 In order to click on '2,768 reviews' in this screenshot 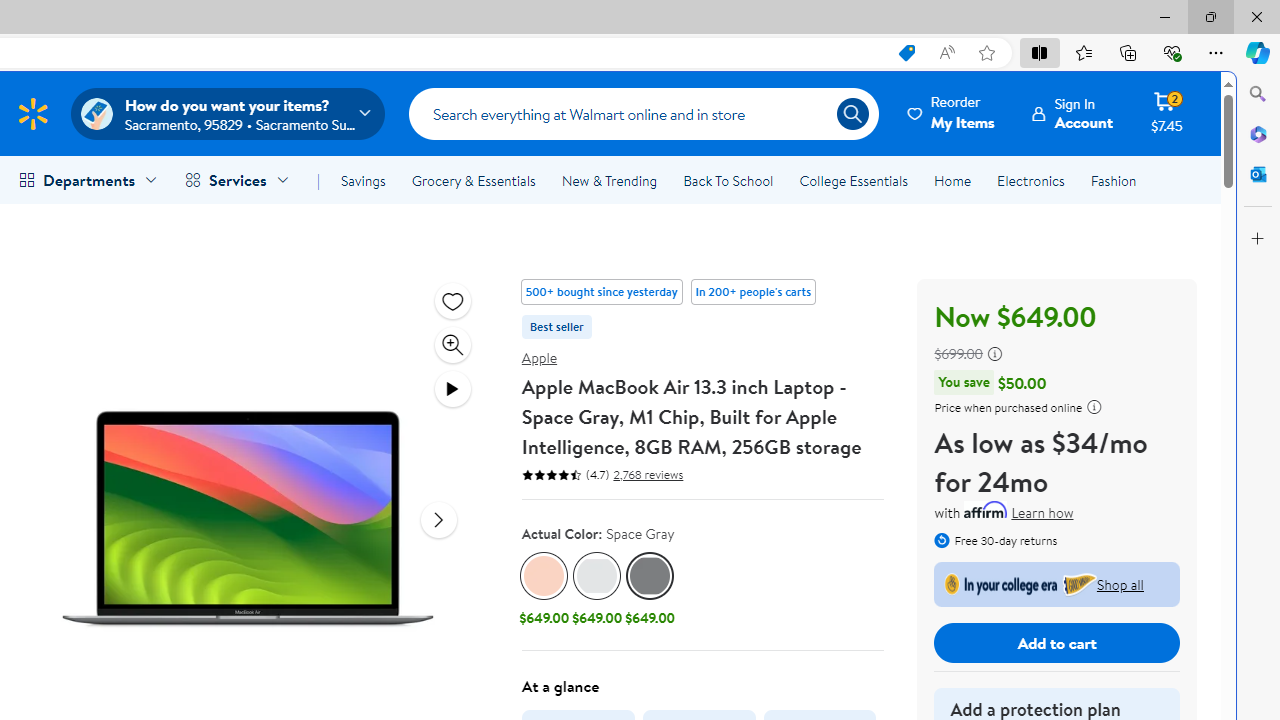, I will do `click(646, 474)`.